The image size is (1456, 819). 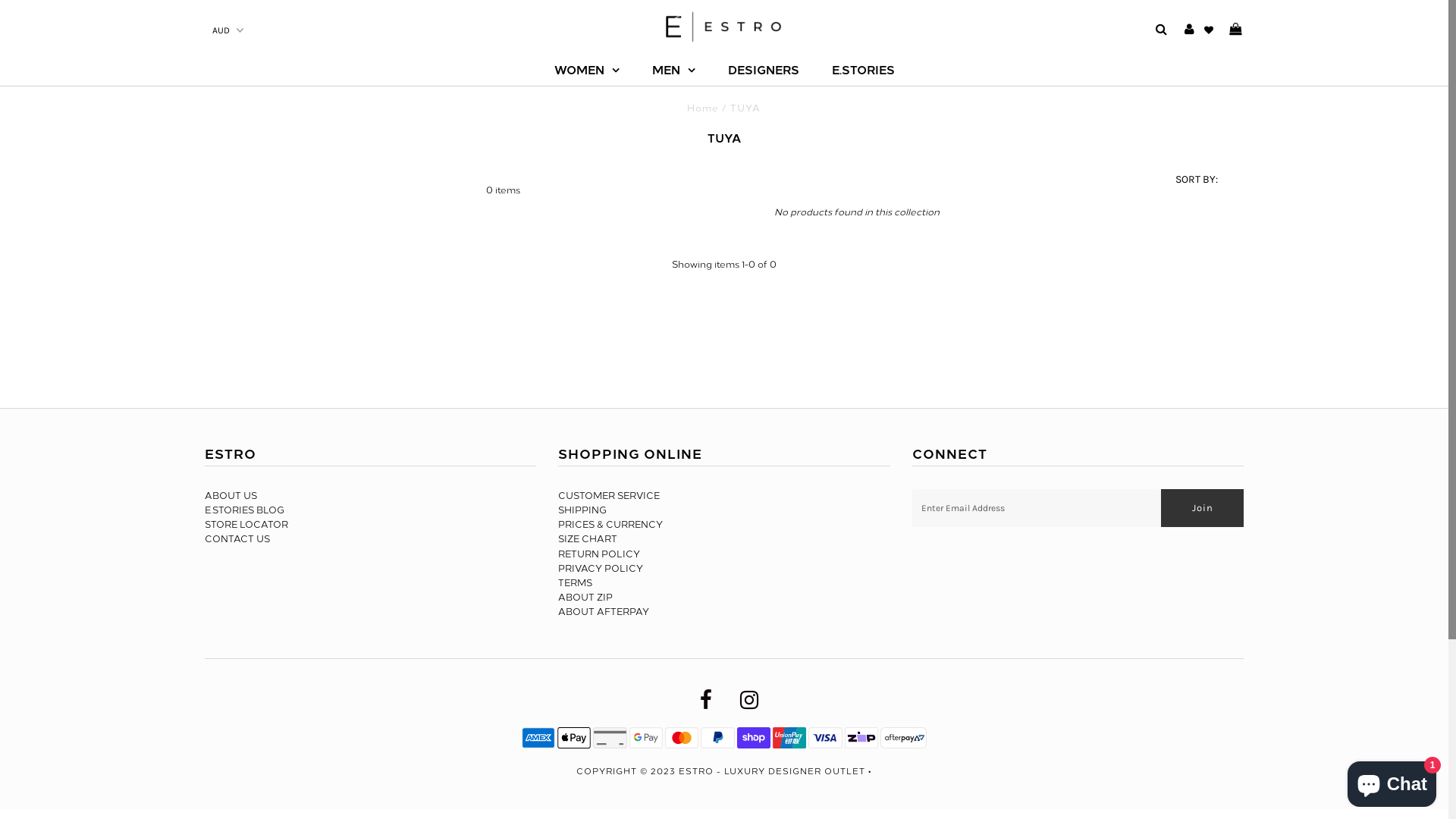 I want to click on 'DESIGNERS', so click(x=764, y=70).